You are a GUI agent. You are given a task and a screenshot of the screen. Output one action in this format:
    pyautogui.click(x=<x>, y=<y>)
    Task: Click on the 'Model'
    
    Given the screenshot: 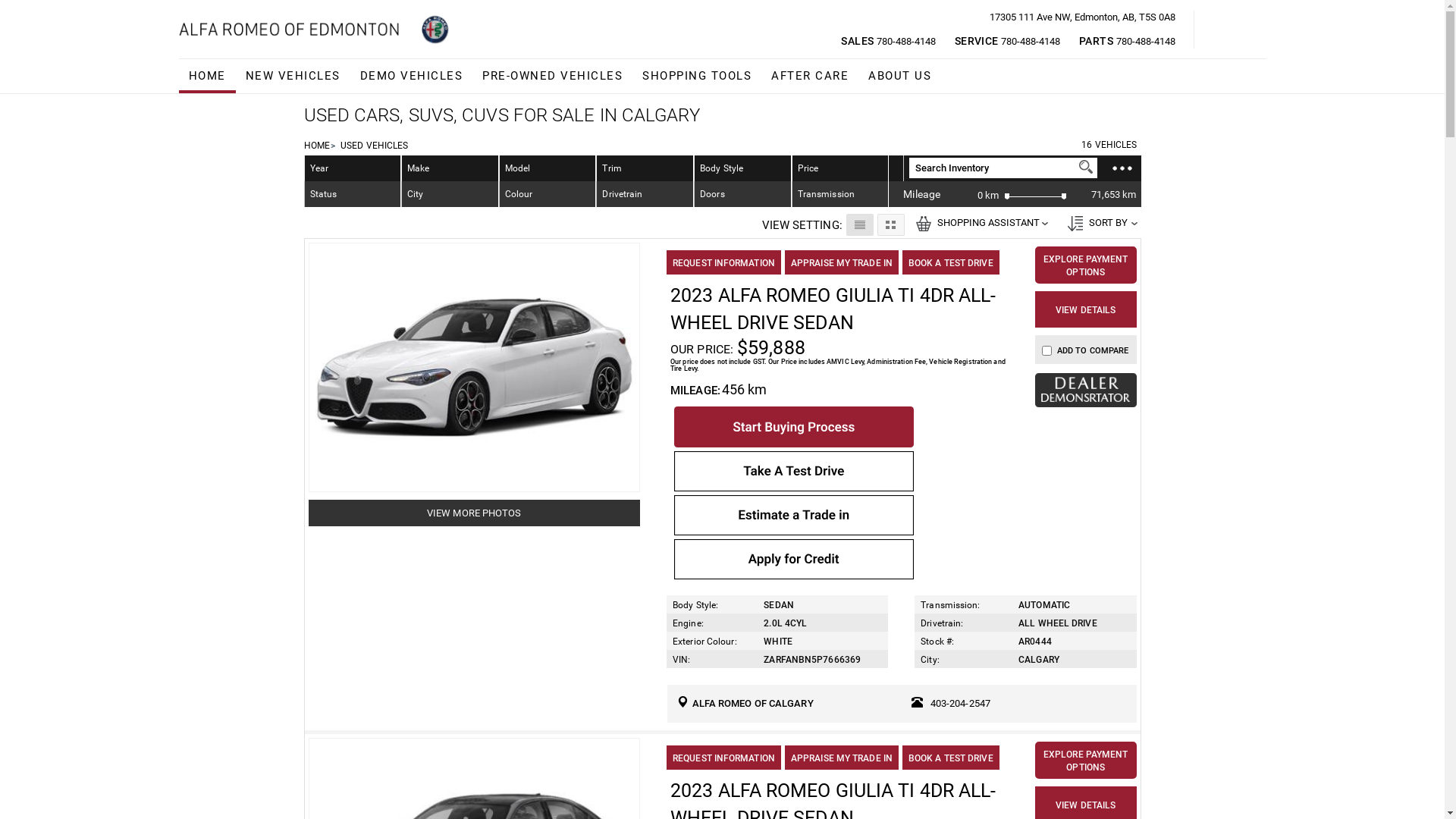 What is the action you would take?
    pyautogui.click(x=547, y=168)
    